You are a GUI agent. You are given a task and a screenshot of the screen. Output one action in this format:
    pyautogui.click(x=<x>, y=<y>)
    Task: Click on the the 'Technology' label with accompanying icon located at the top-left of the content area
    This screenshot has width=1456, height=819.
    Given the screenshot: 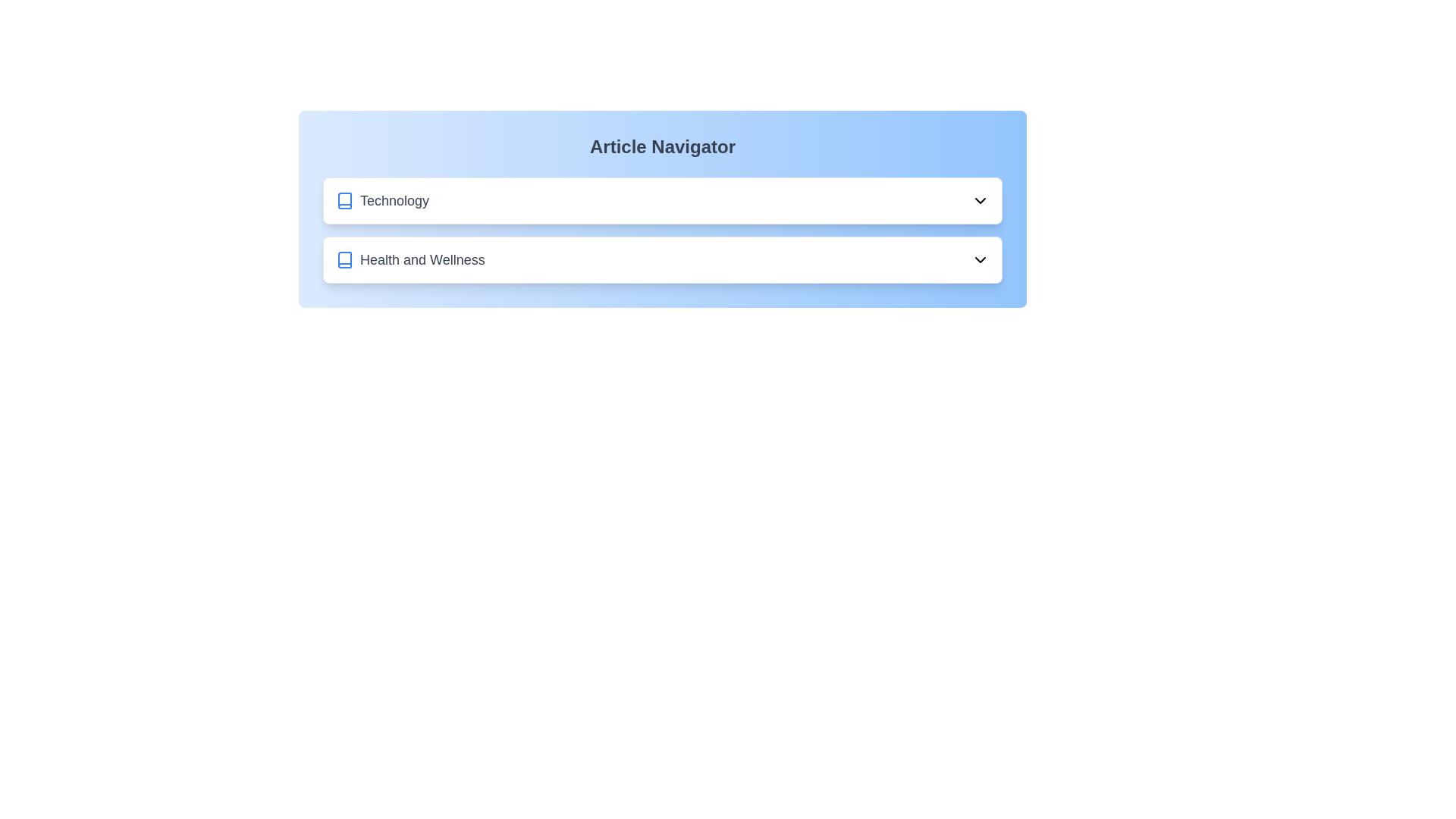 What is the action you would take?
    pyautogui.click(x=382, y=200)
    